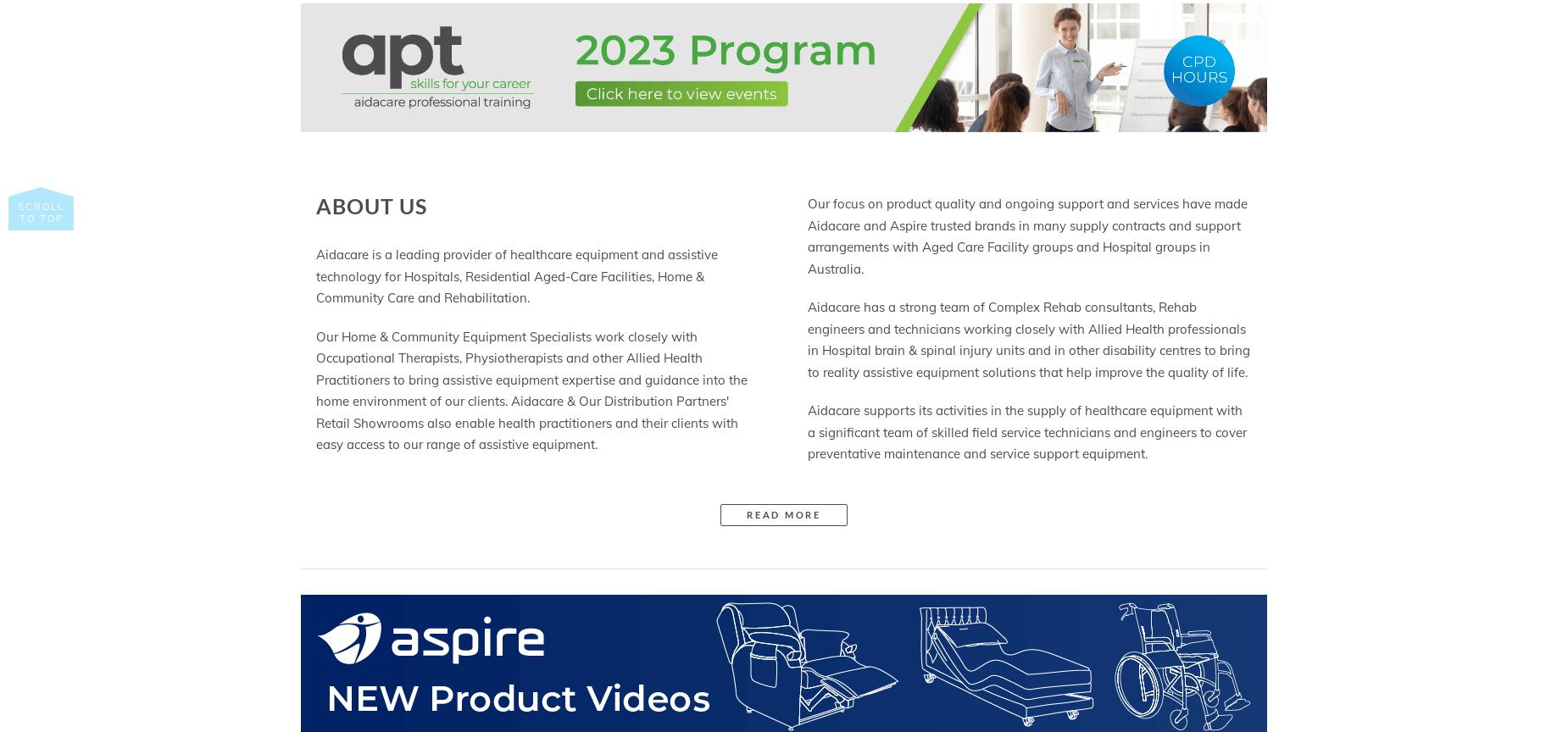 The image size is (1568, 732). I want to click on 'Read More', so click(746, 513).